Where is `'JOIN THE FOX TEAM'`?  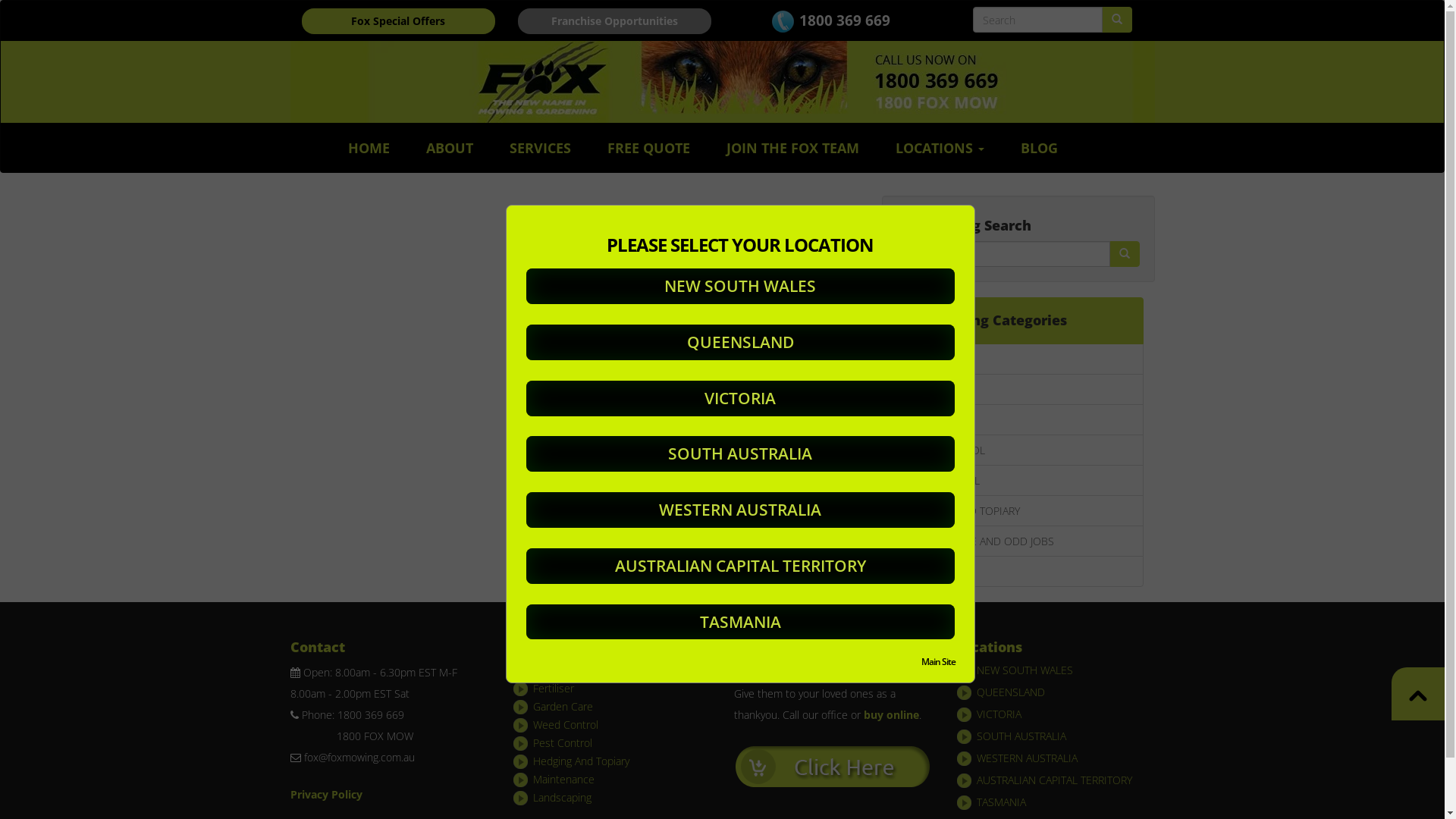 'JOIN THE FOX TEAM' is located at coordinates (792, 148).